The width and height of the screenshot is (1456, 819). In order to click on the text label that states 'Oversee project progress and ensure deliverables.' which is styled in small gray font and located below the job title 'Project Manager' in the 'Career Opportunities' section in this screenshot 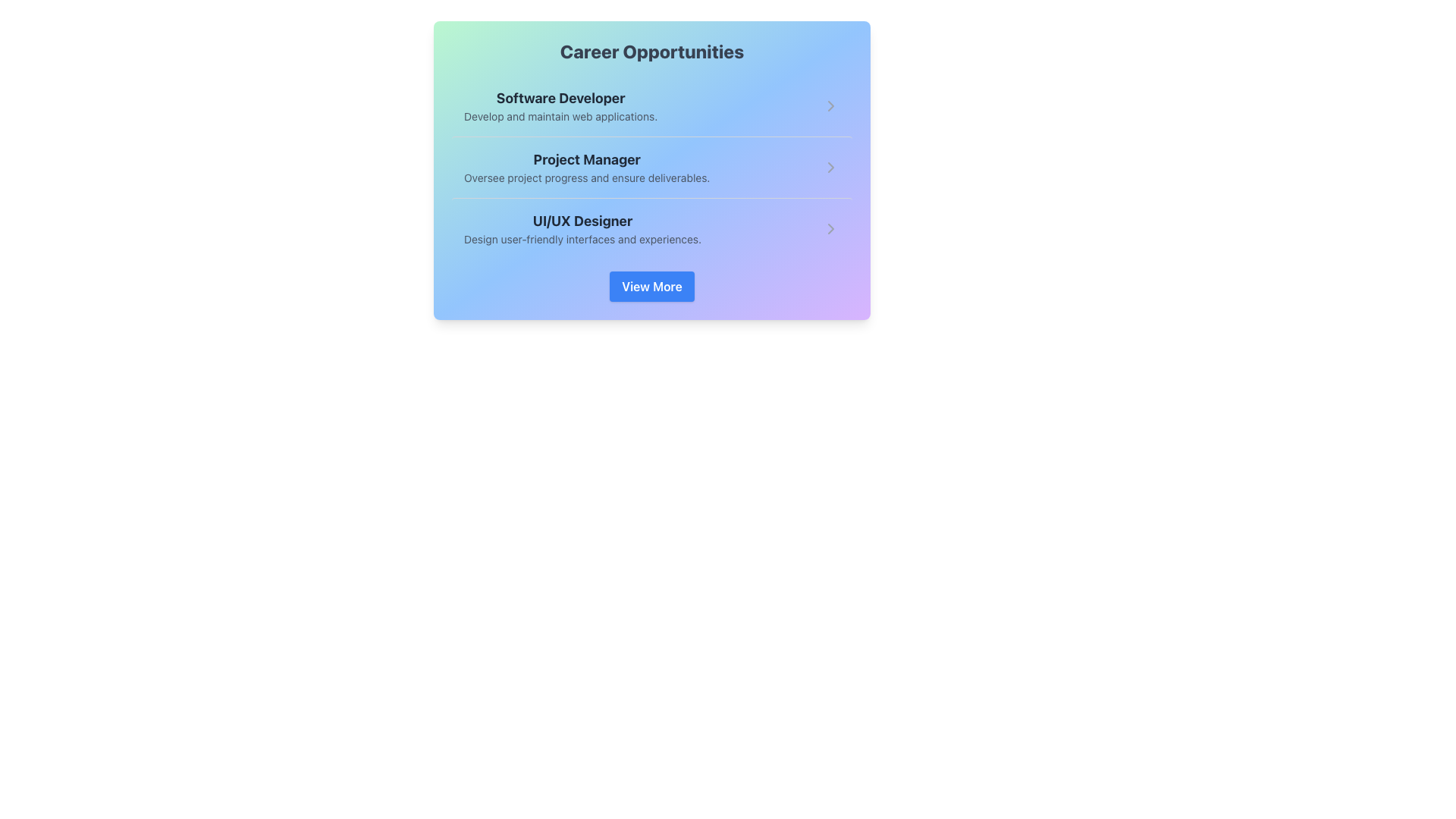, I will do `click(586, 177)`.